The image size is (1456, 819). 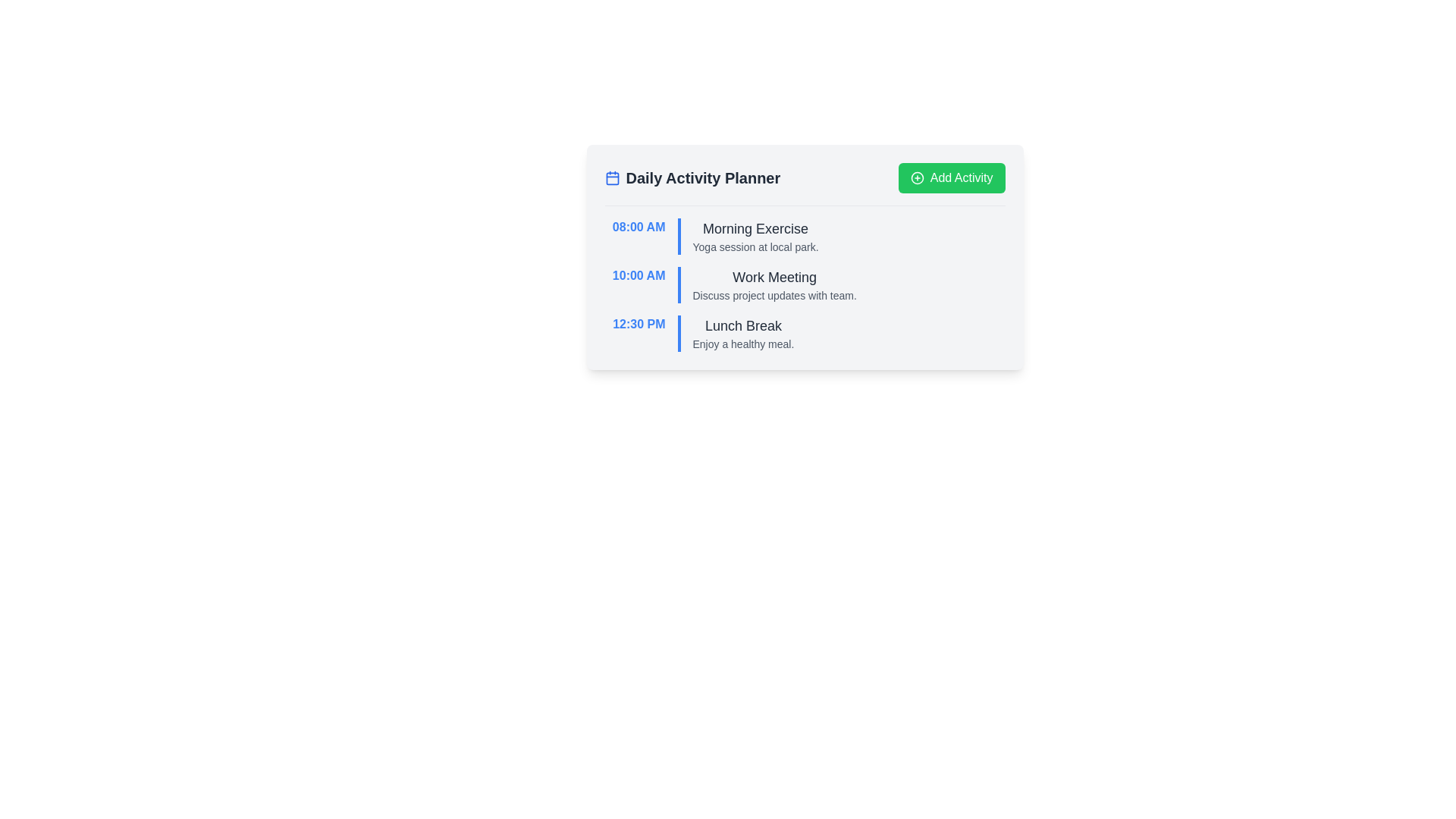 What do you see at coordinates (804, 284) in the screenshot?
I see `the individual activity header in the list-based informational component, which consists of three vertically stacked blocks of text with bold blue timestamps on the left side` at bounding box center [804, 284].